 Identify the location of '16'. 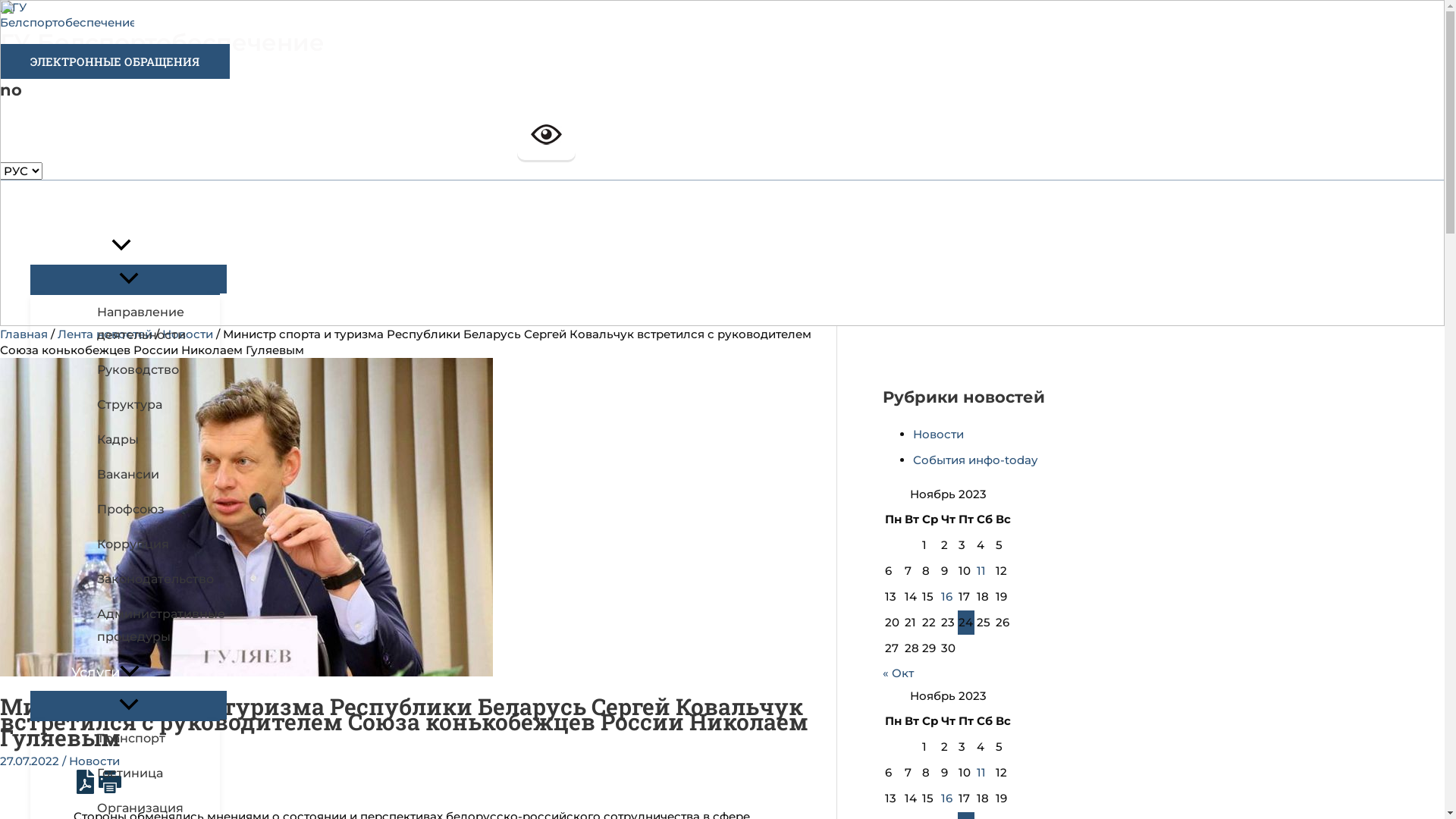
(946, 595).